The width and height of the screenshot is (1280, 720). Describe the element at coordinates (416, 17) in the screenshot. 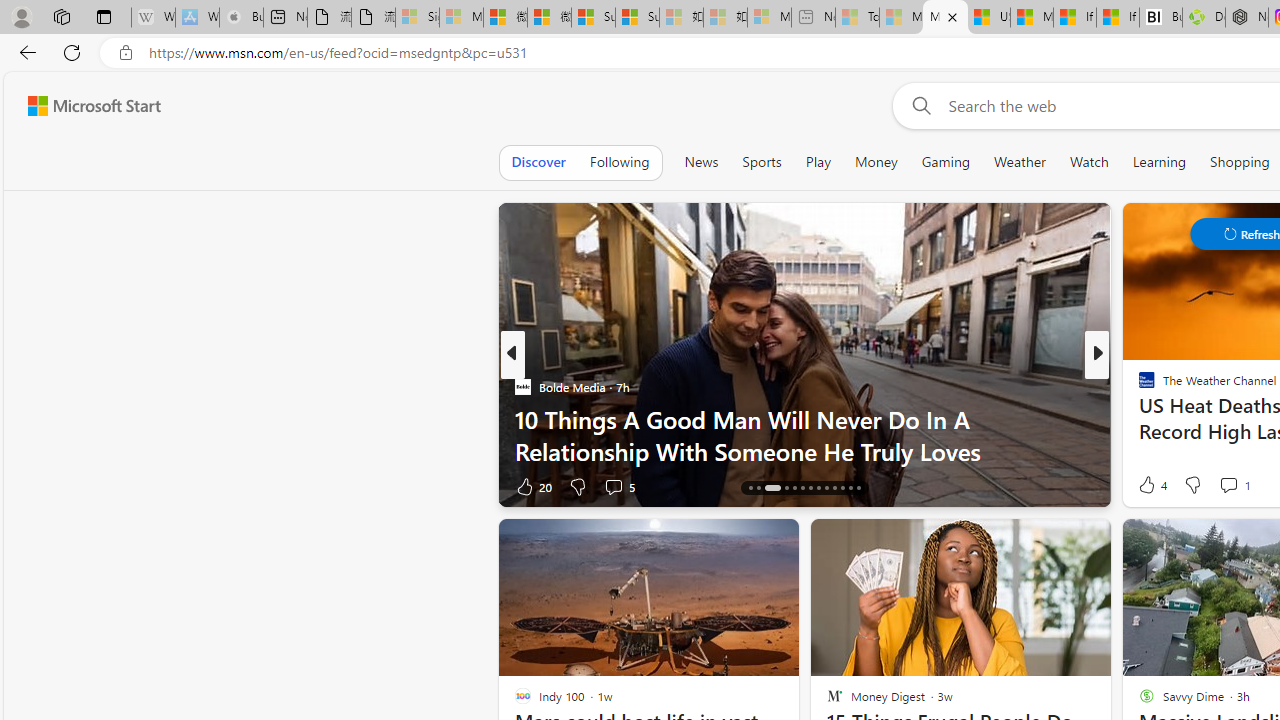

I see `'Sign in to your Microsoft account - Sleeping'` at that location.